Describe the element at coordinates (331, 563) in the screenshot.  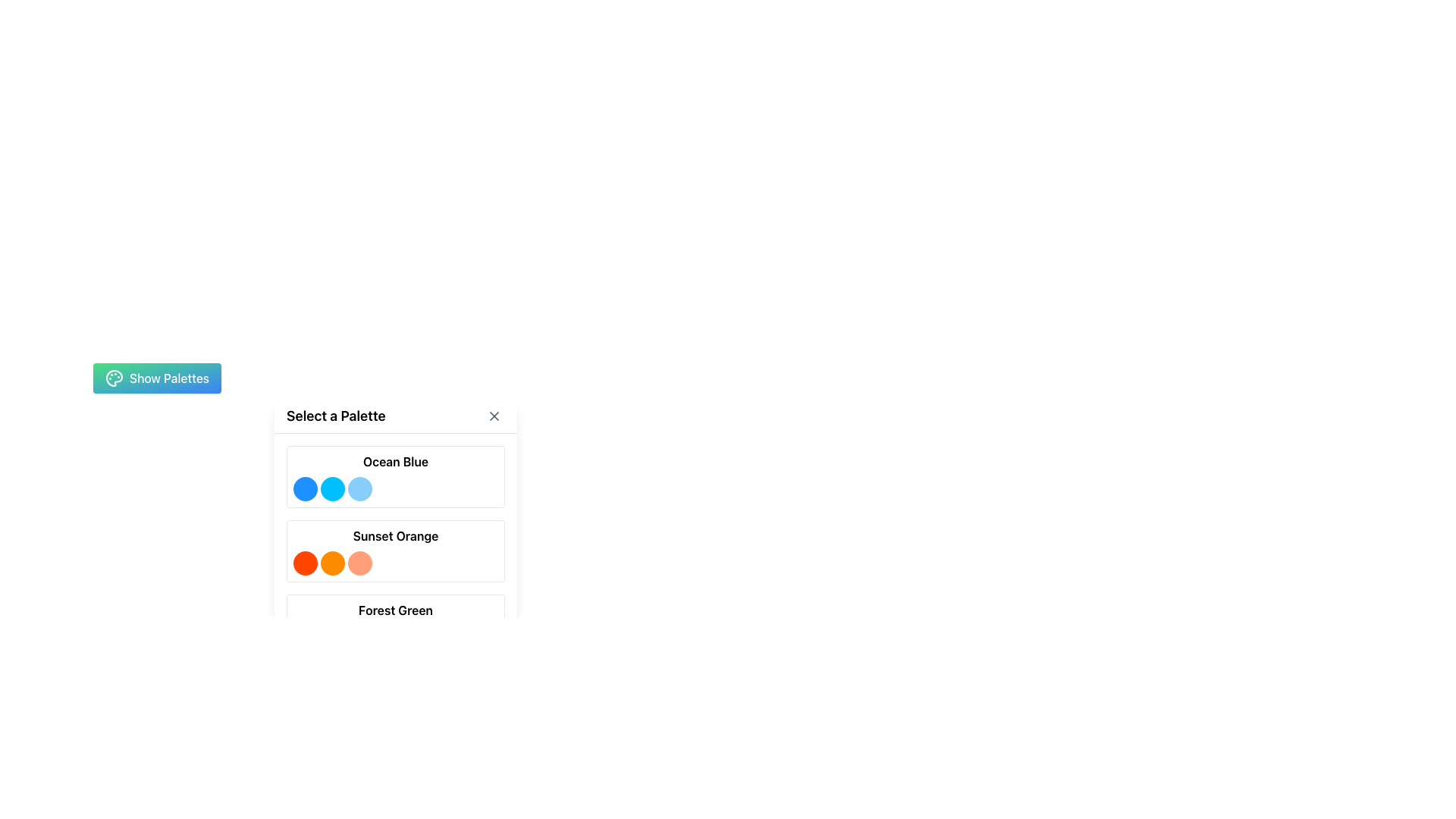
I see `the second circle of the 'Sunset Orange' palette group in the 'Select a Palette' modal dialog box` at that location.